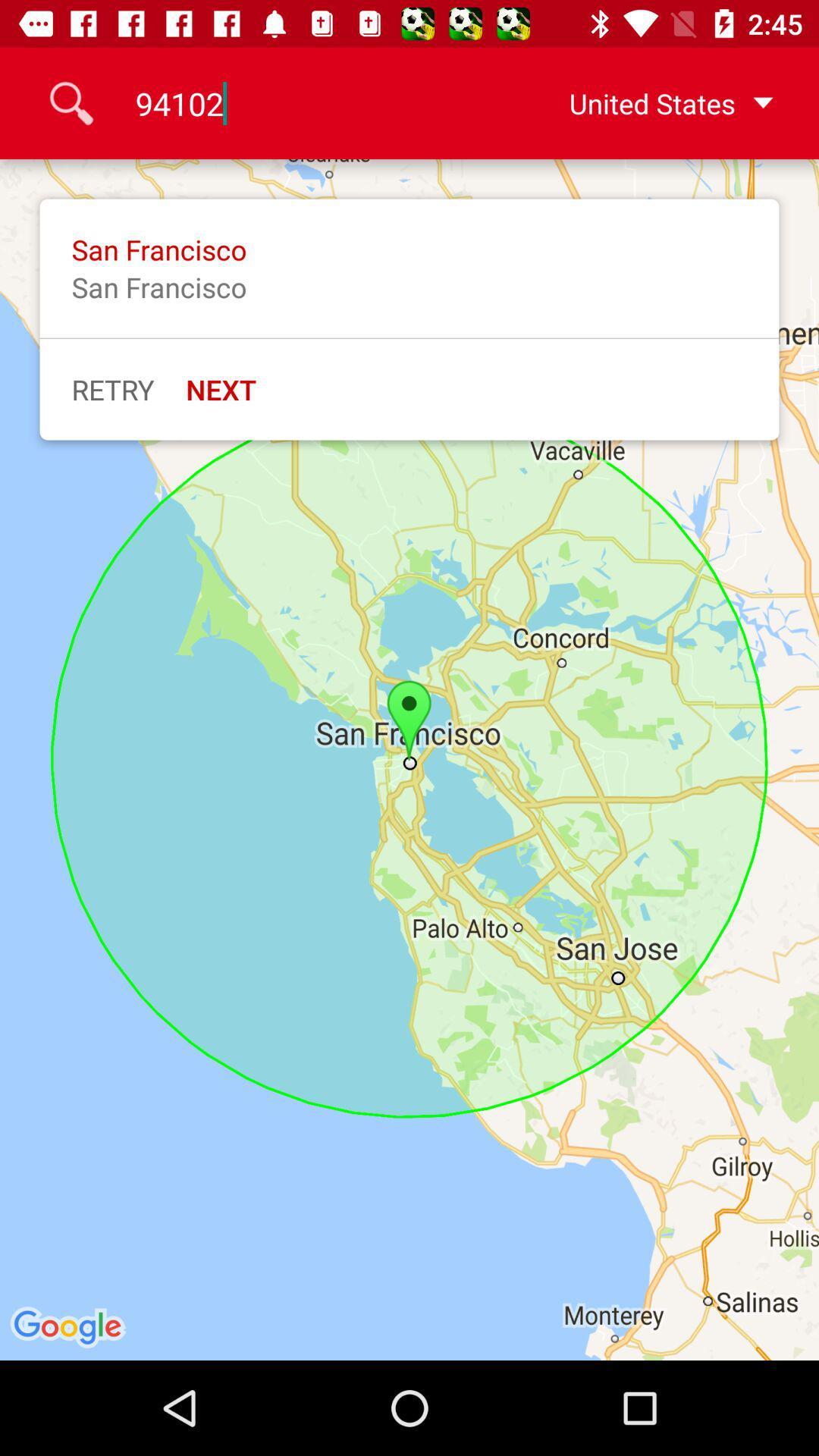 This screenshot has height=1456, width=819. Describe the element at coordinates (111, 389) in the screenshot. I see `the retry item` at that location.